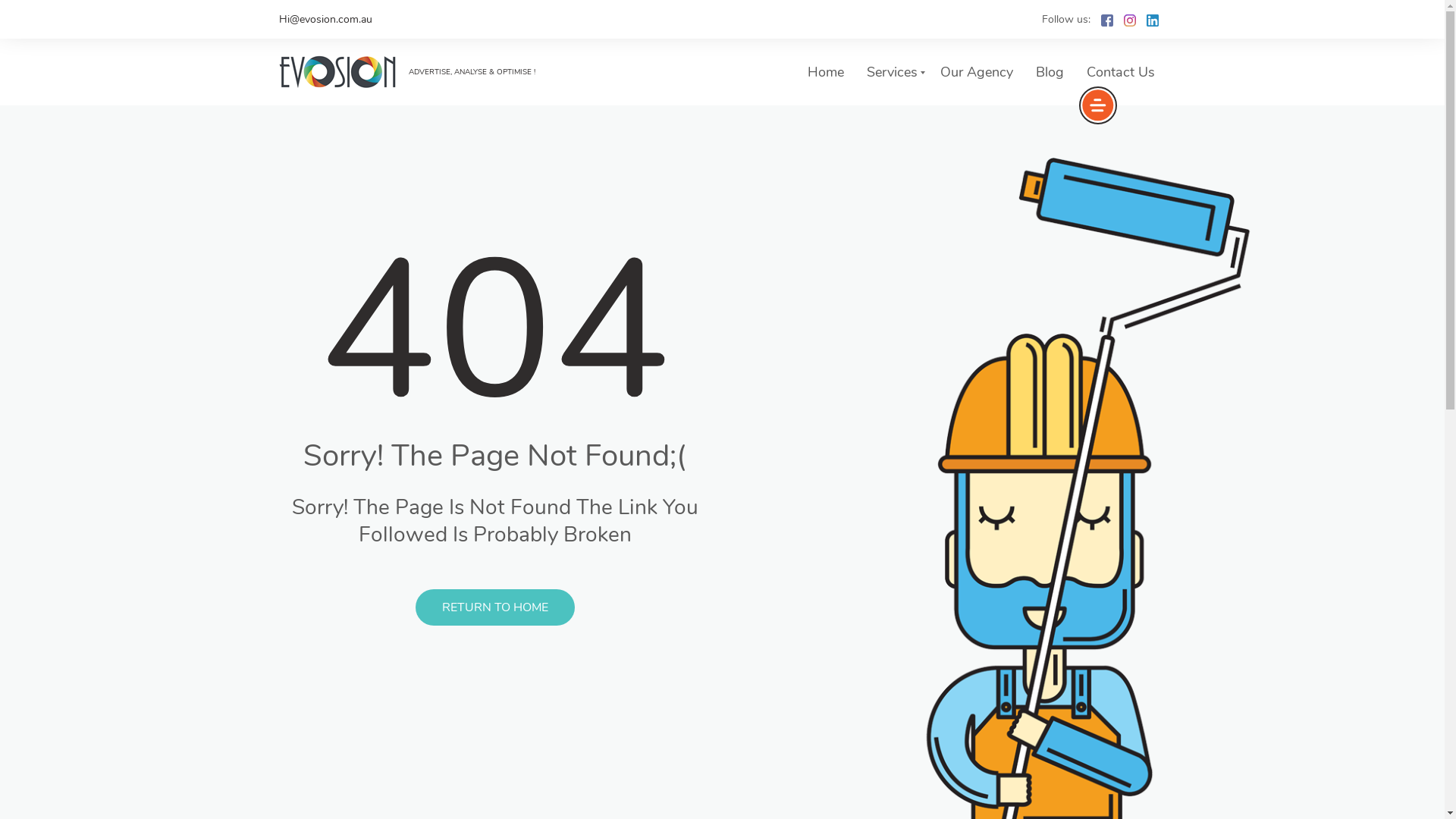 The height and width of the screenshot is (819, 1456). I want to click on 'RETURN TO HOME', so click(494, 607).